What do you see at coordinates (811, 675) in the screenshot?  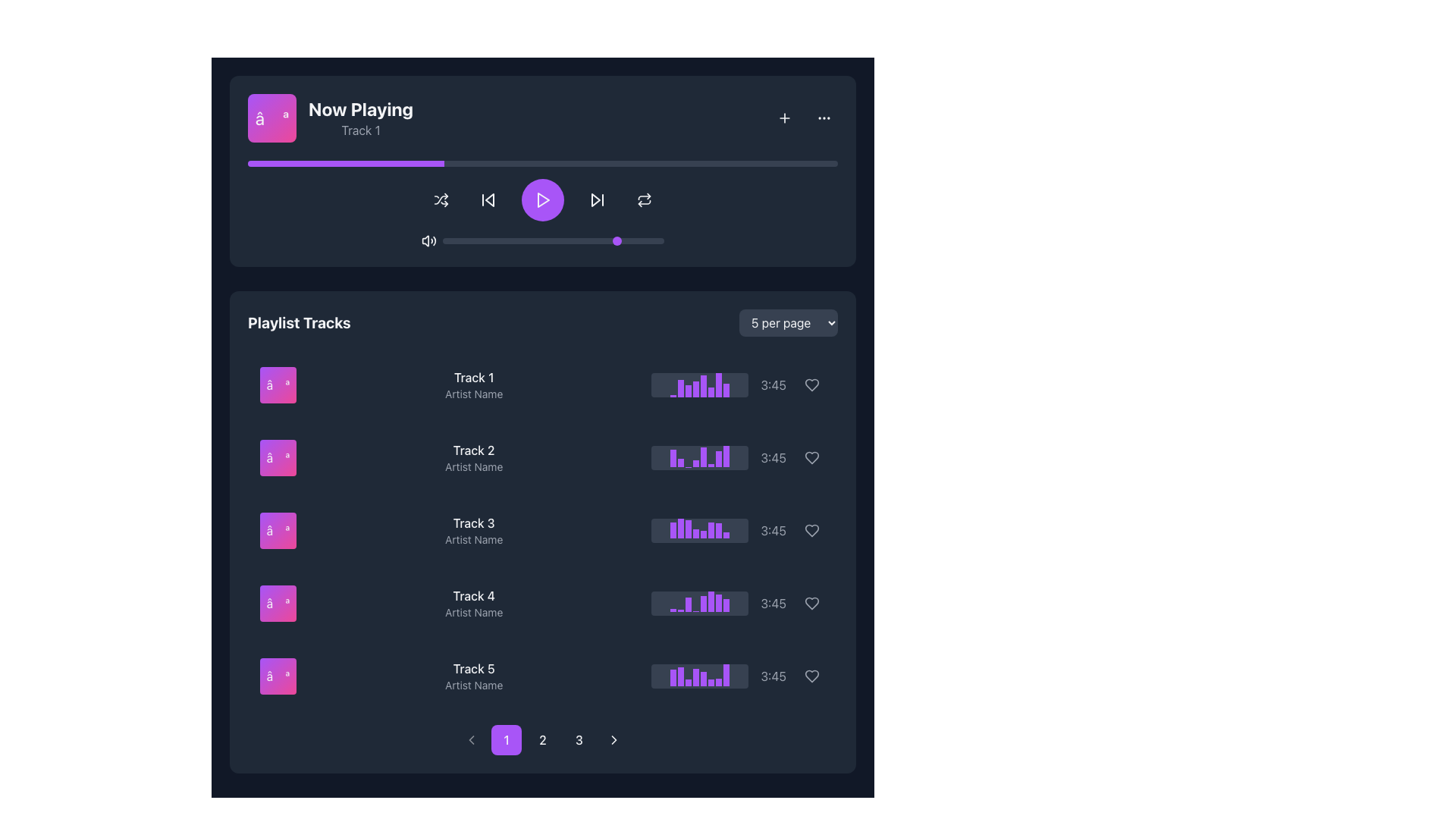 I see `the heart-shaped button icon located in the 'Tracks' section at the far right of the row corresponding to 'Track 5' to favorite this track` at bounding box center [811, 675].